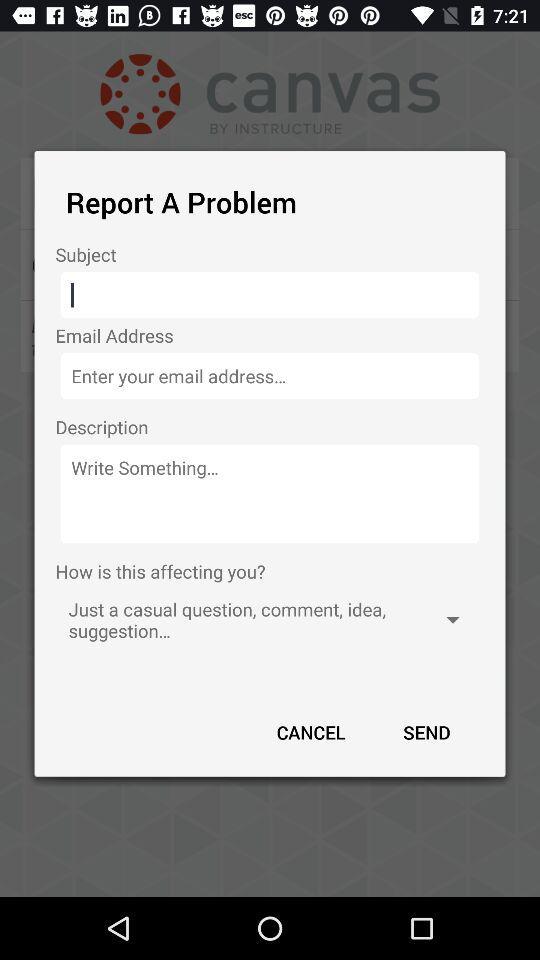 This screenshot has height=960, width=540. Describe the element at coordinates (425, 731) in the screenshot. I see `the app below just a casual app` at that location.